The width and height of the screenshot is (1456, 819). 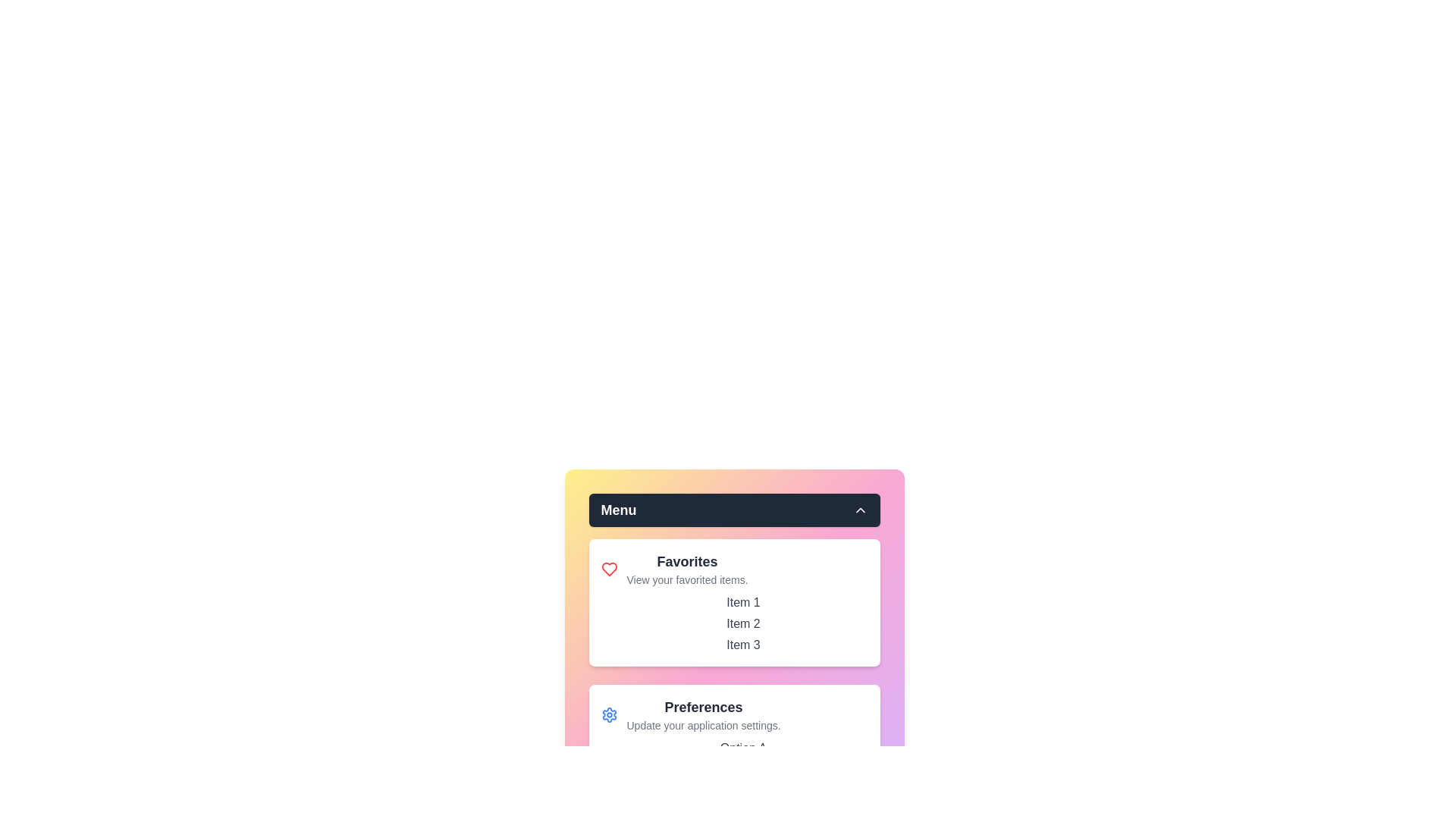 I want to click on the menu button to toggle the menu visibility, so click(x=734, y=510).